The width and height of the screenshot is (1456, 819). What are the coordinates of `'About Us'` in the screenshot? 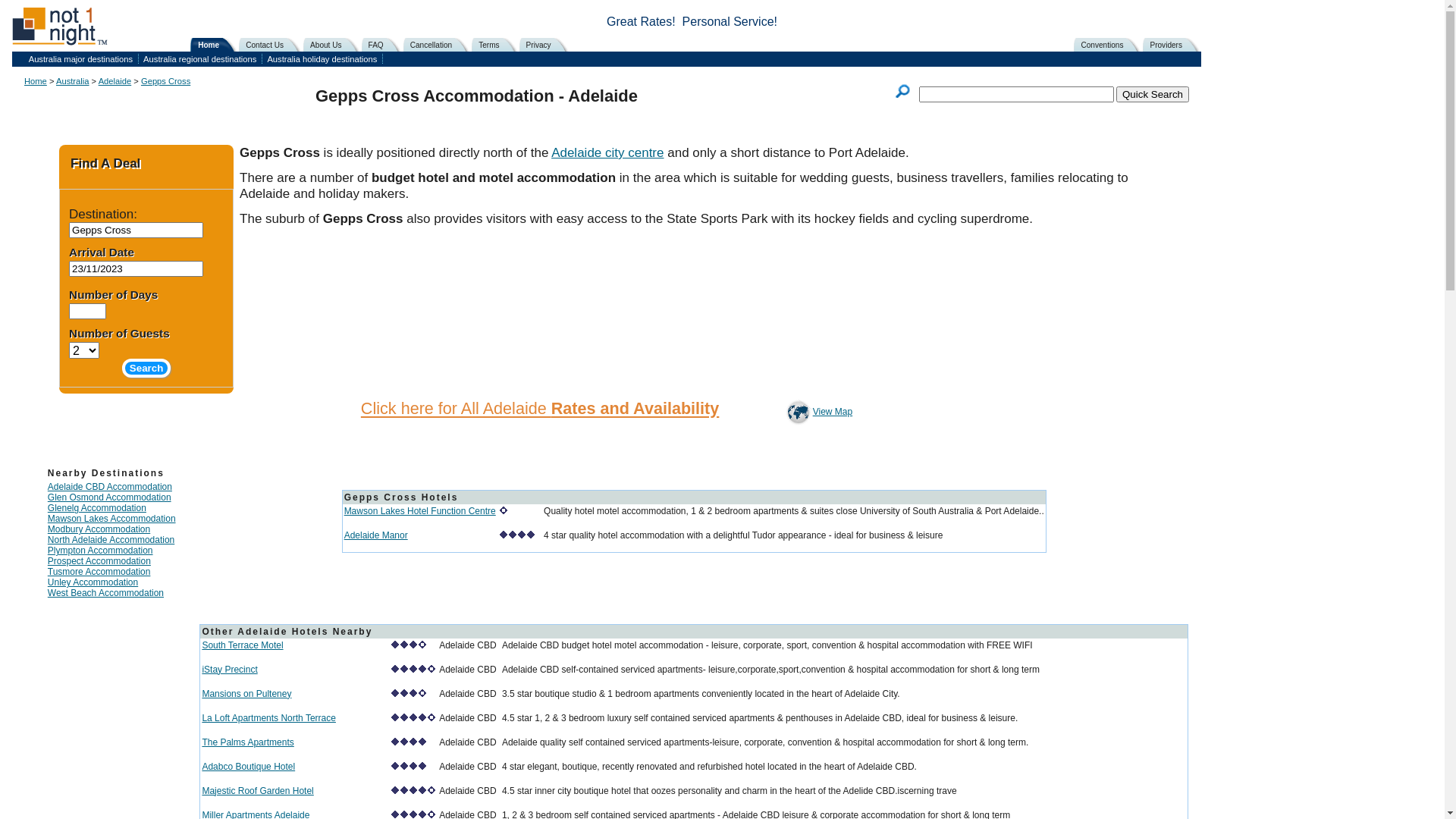 It's located at (333, 43).